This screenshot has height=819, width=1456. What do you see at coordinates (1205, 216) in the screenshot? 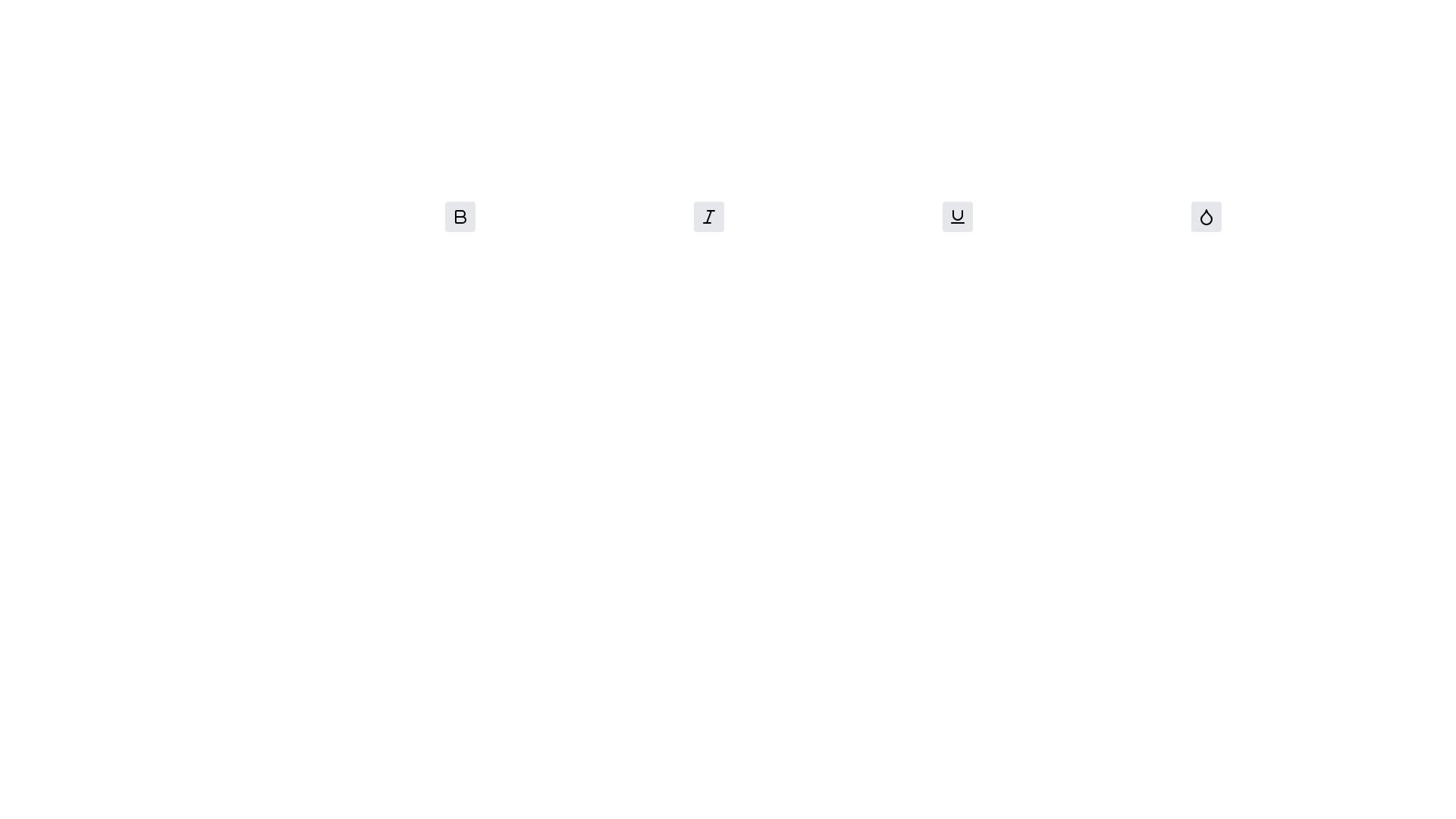
I see `the droplet-shaped icon with a black outline, located to the far right of the button array, slightly right of the underlined 'U' icon` at bounding box center [1205, 216].